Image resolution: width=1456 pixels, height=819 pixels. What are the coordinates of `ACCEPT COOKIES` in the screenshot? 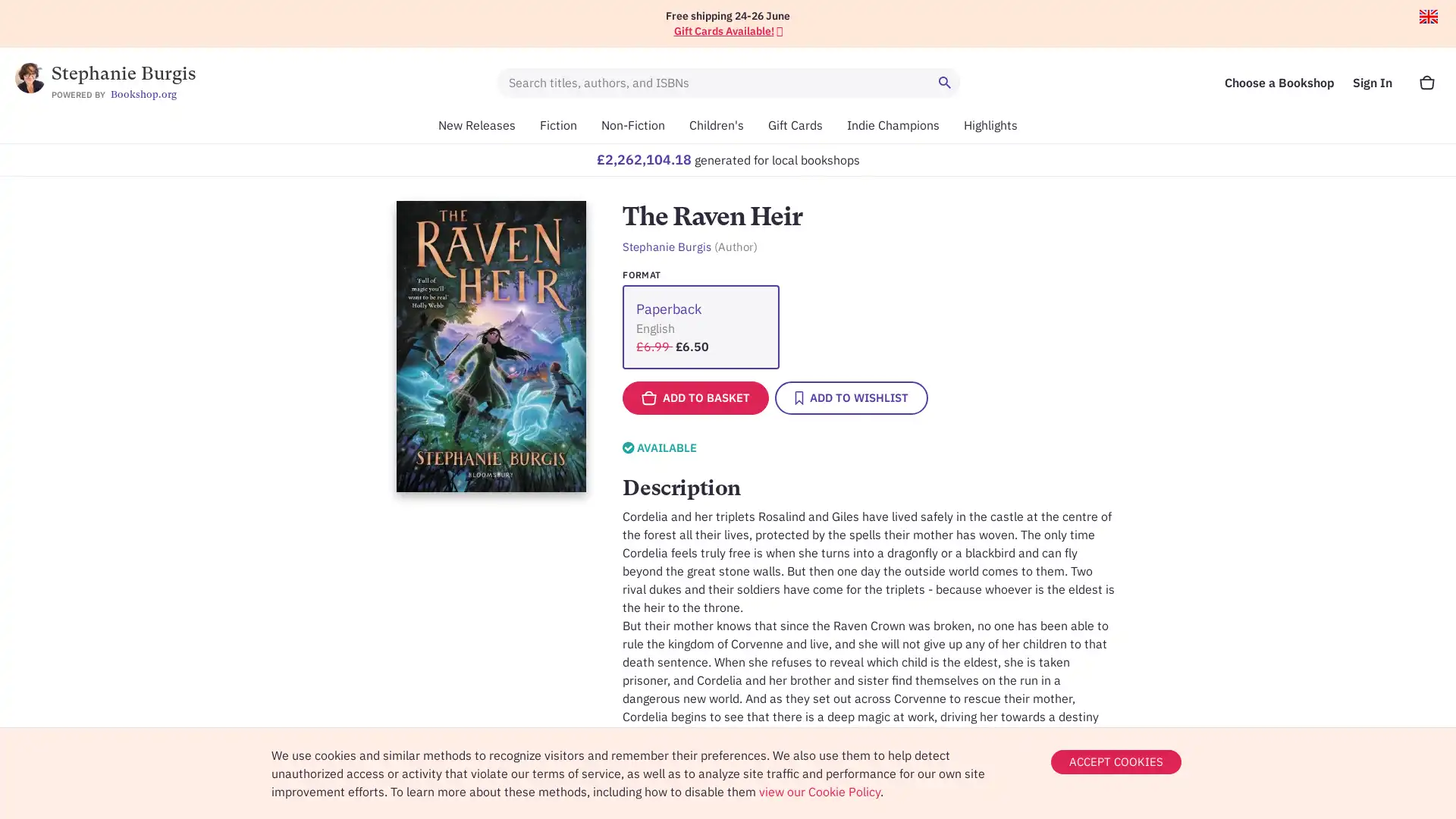 It's located at (1115, 761).